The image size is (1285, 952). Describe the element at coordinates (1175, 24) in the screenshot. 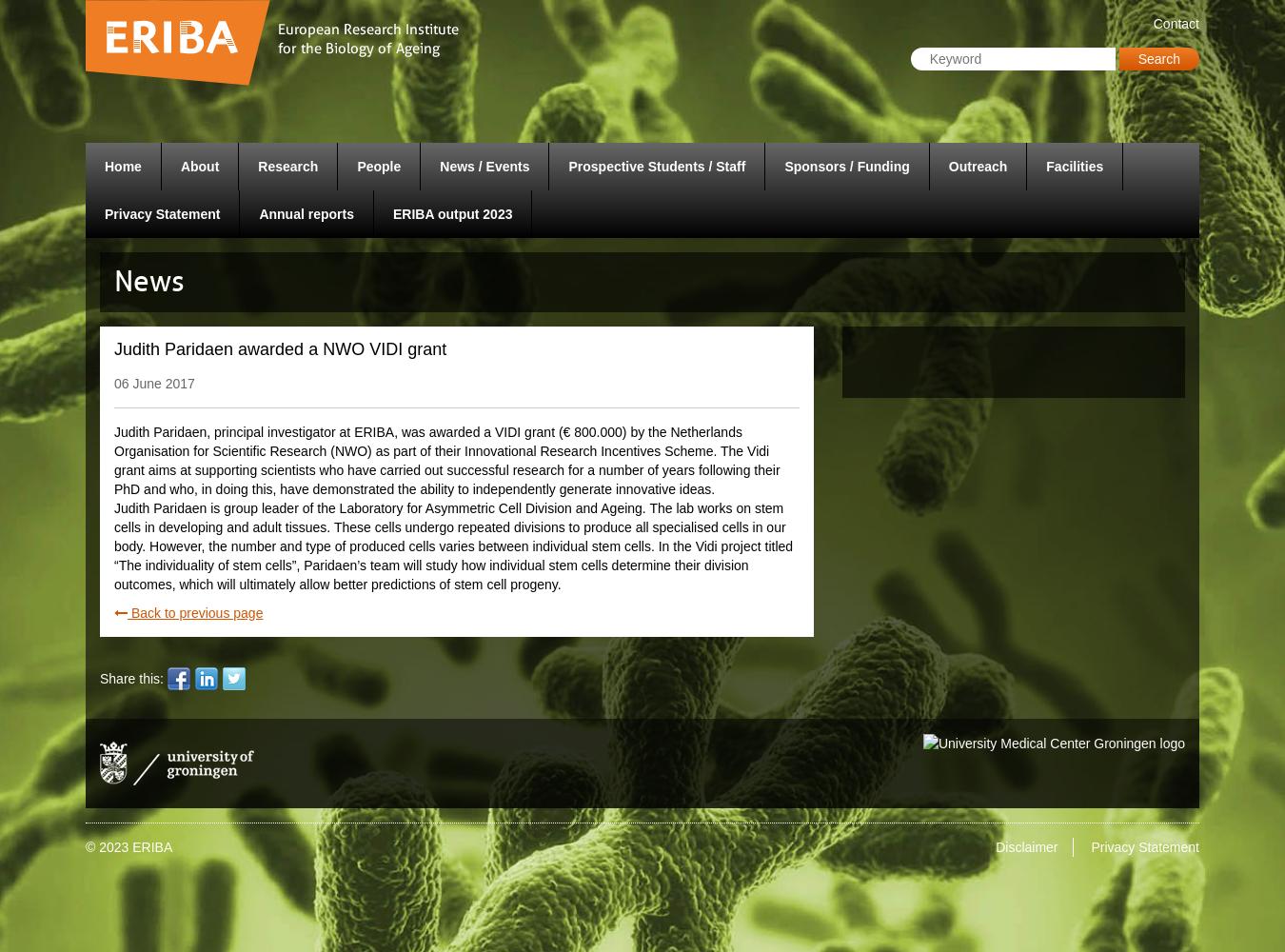

I see `'Contact'` at that location.